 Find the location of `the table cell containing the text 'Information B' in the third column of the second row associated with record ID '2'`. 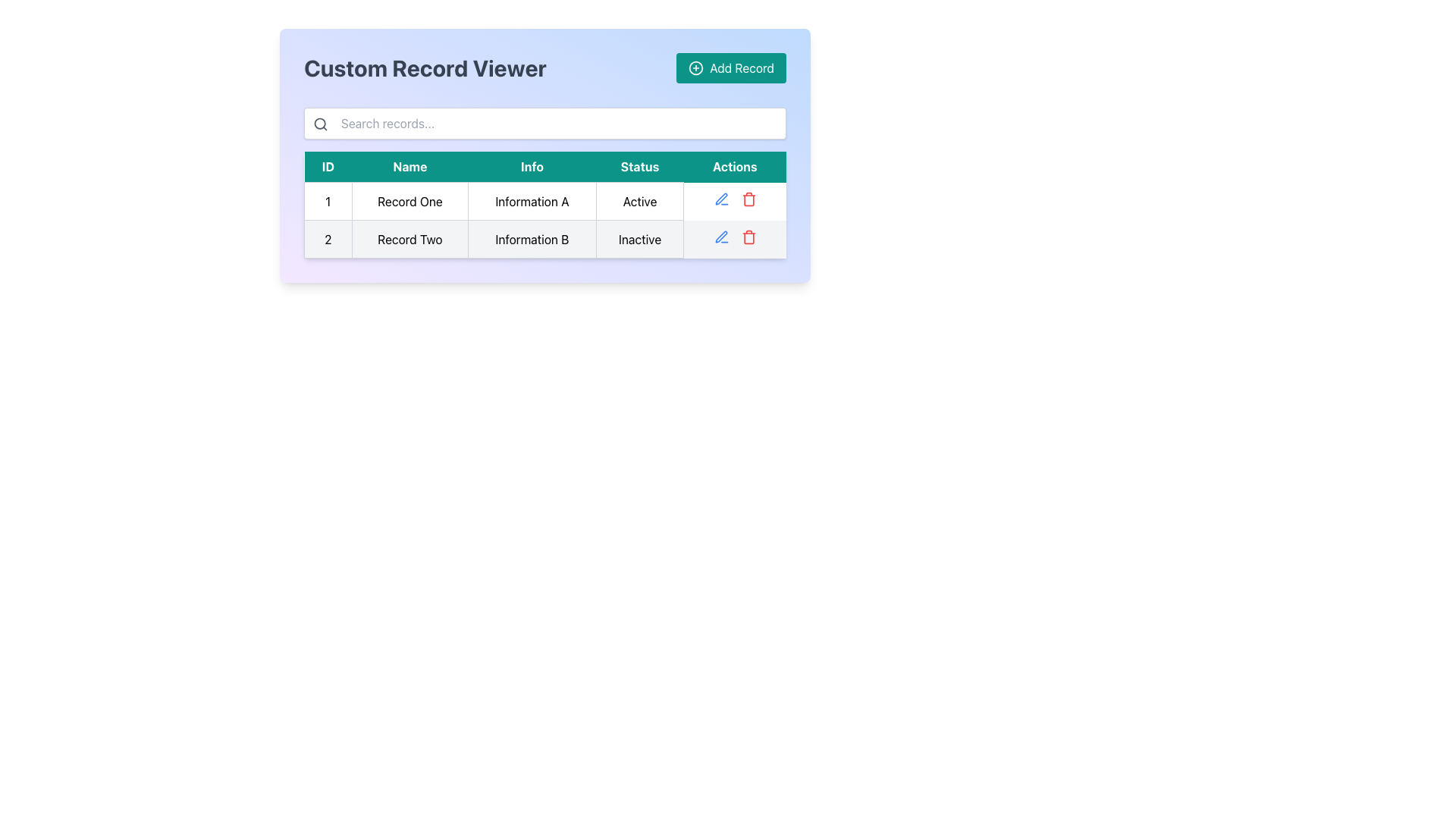

the table cell containing the text 'Information B' in the third column of the second row associated with record ID '2' is located at coordinates (532, 239).